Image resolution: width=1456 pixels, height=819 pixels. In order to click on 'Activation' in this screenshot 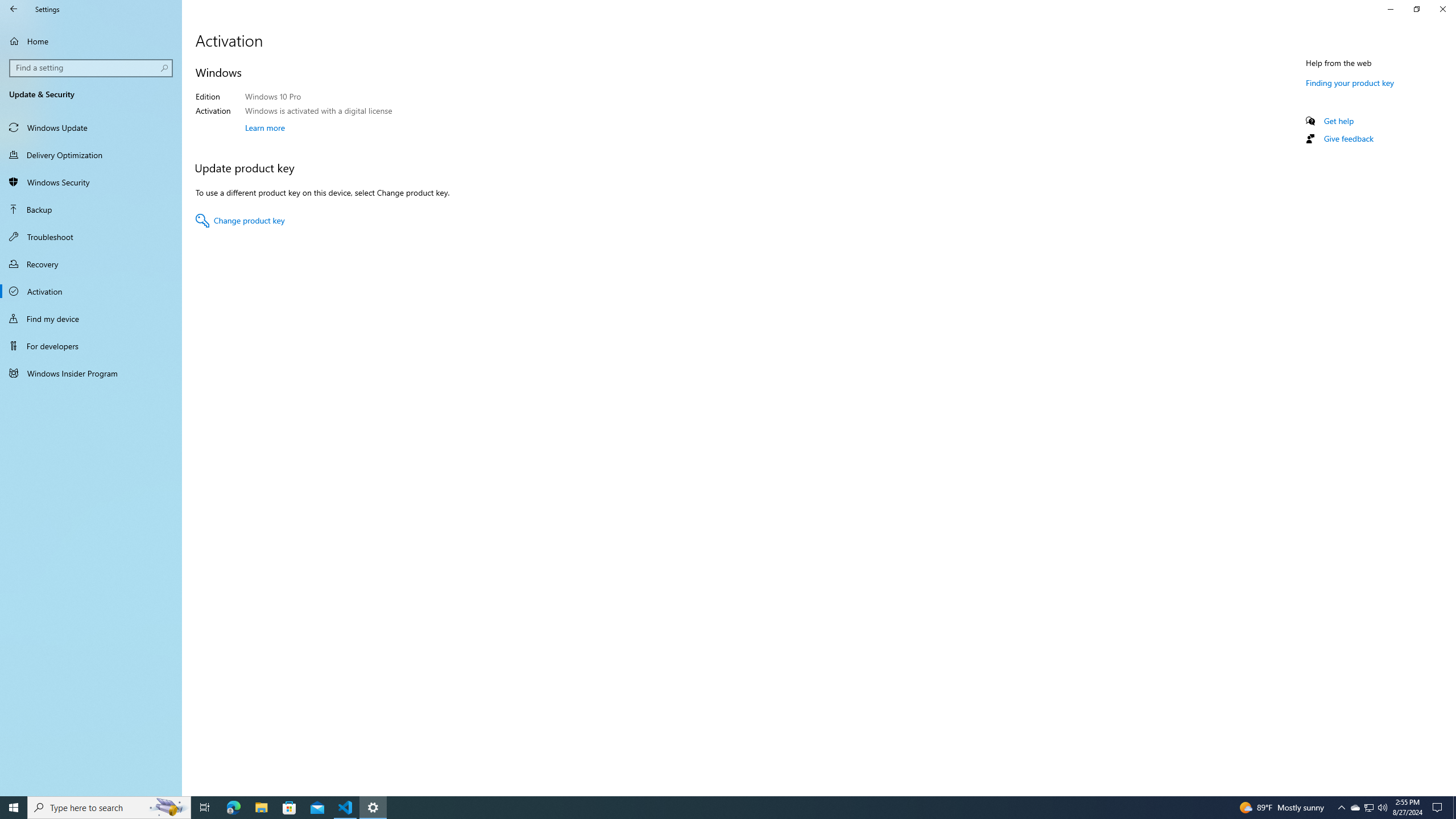, I will do `click(90, 290)`.